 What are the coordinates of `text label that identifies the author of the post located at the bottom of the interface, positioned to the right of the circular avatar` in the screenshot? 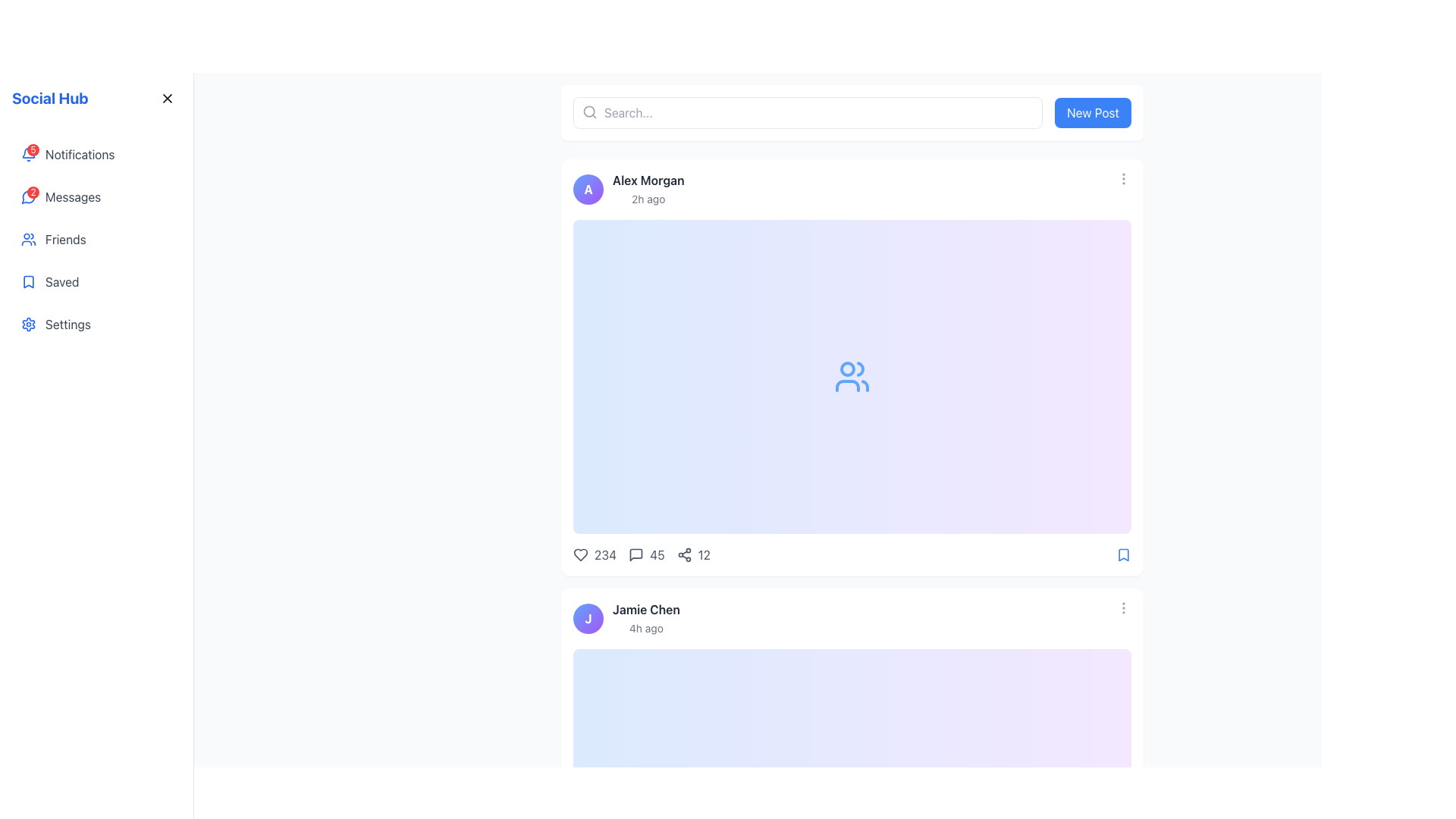 It's located at (646, 608).